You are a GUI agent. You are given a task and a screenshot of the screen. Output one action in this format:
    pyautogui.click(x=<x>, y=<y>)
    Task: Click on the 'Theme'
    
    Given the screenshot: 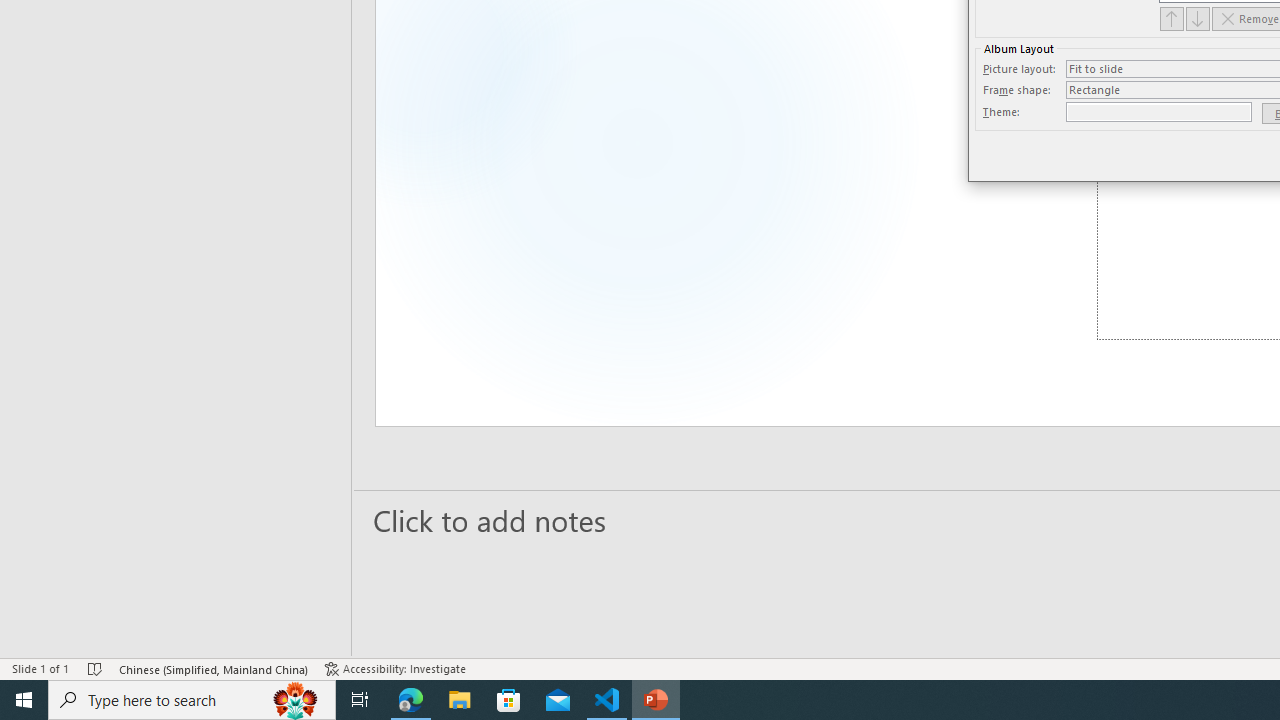 What is the action you would take?
    pyautogui.click(x=1159, y=111)
    